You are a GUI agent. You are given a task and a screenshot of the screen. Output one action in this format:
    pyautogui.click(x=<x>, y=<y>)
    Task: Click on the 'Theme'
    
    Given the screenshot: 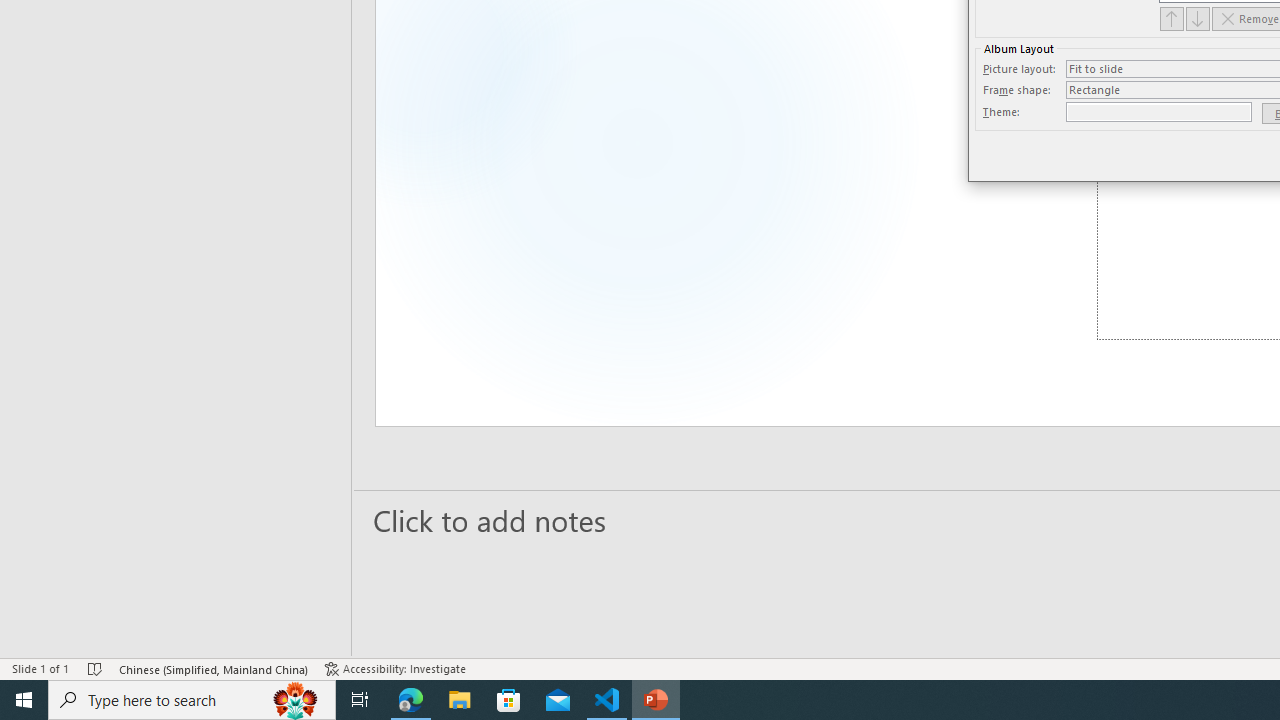 What is the action you would take?
    pyautogui.click(x=1159, y=111)
    